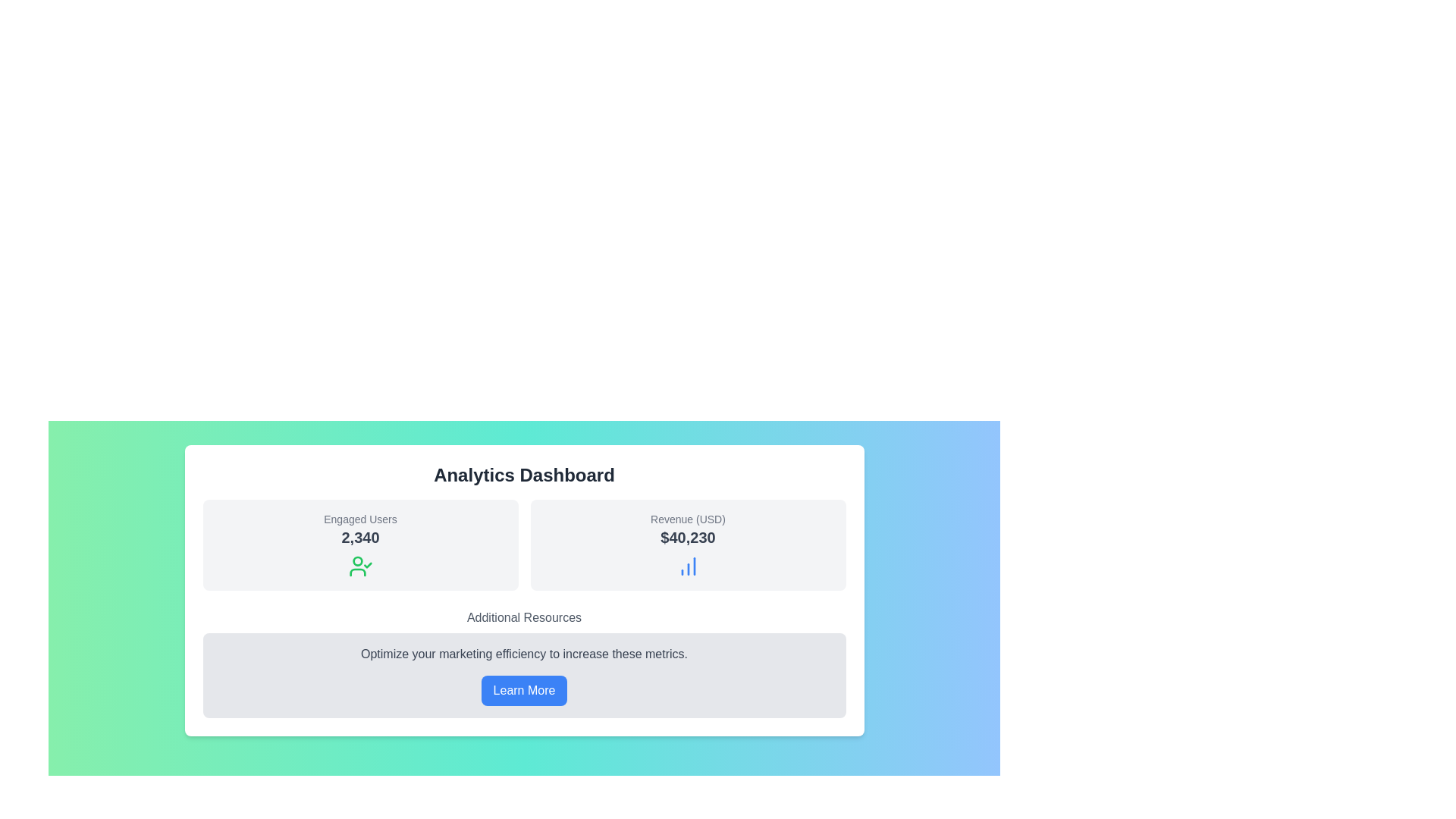 This screenshot has width=1456, height=819. Describe the element at coordinates (687, 519) in the screenshot. I see `the 'Revenue (USD)' text label, which is a small gray text above the revenue value in the analytics dashboard interface` at that location.